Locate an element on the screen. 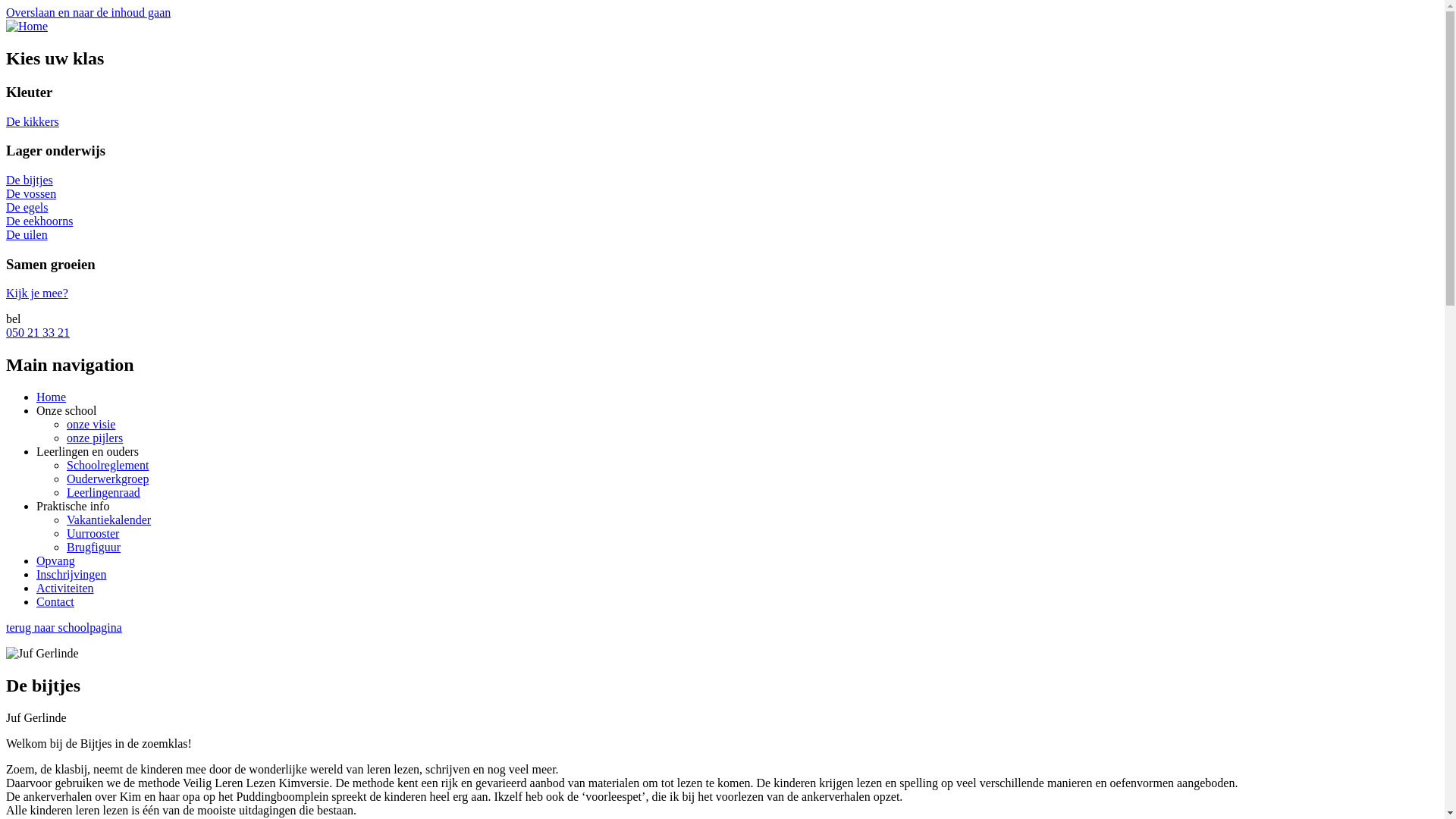 The image size is (1456, 819). 'De uilen' is located at coordinates (27, 234).